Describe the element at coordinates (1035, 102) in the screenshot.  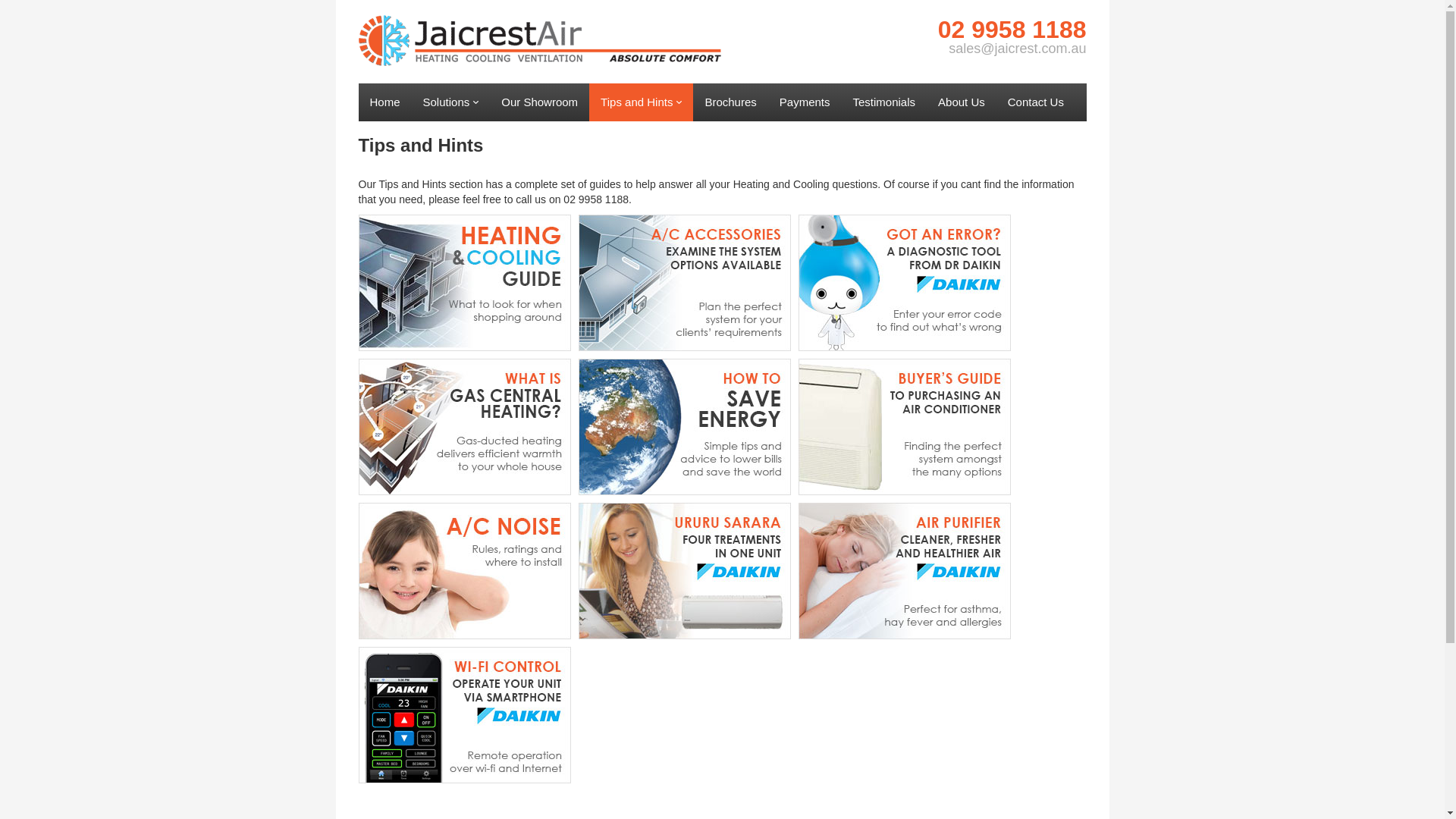
I see `'Contact Us'` at that location.